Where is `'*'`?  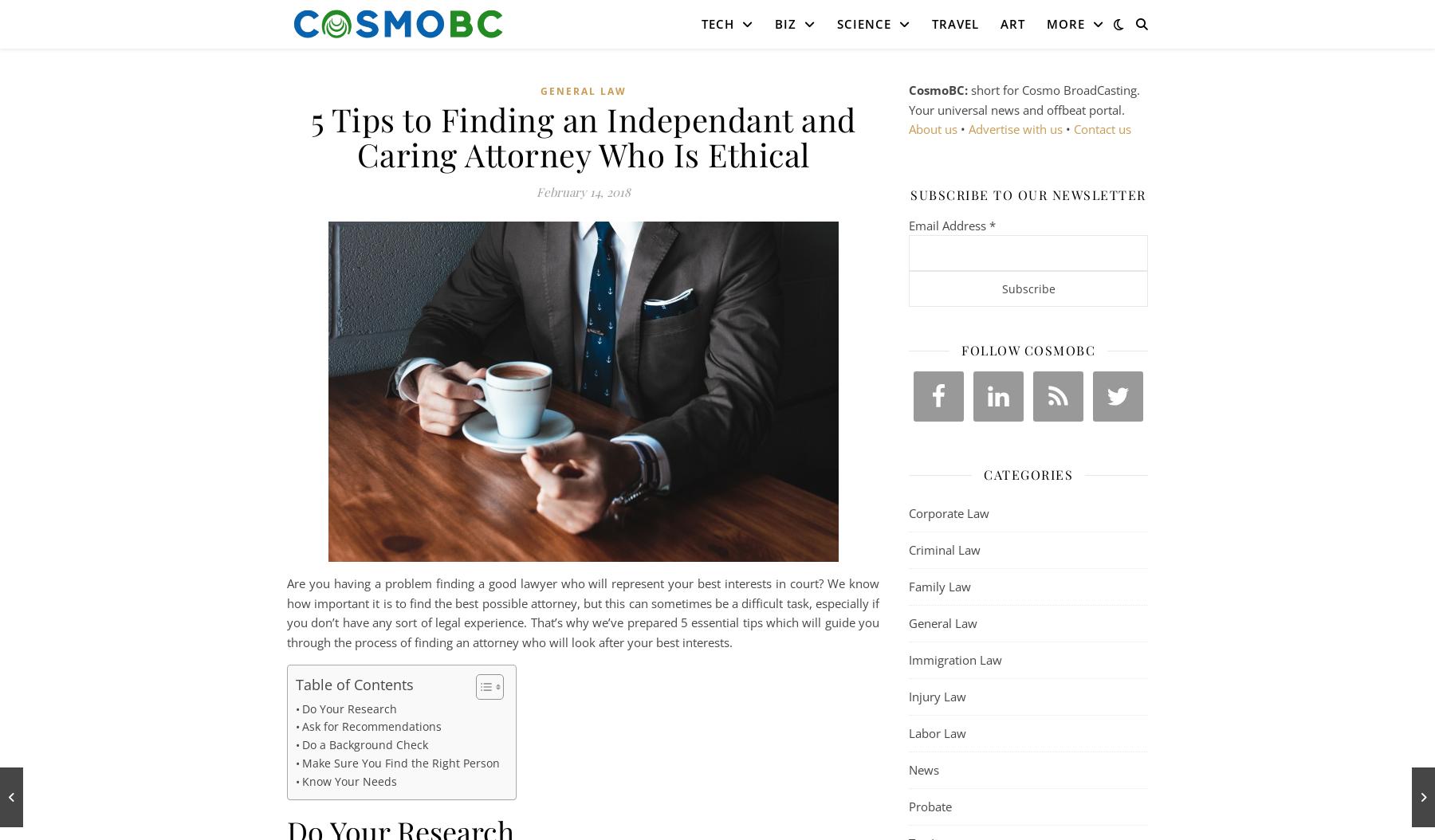 '*' is located at coordinates (989, 224).